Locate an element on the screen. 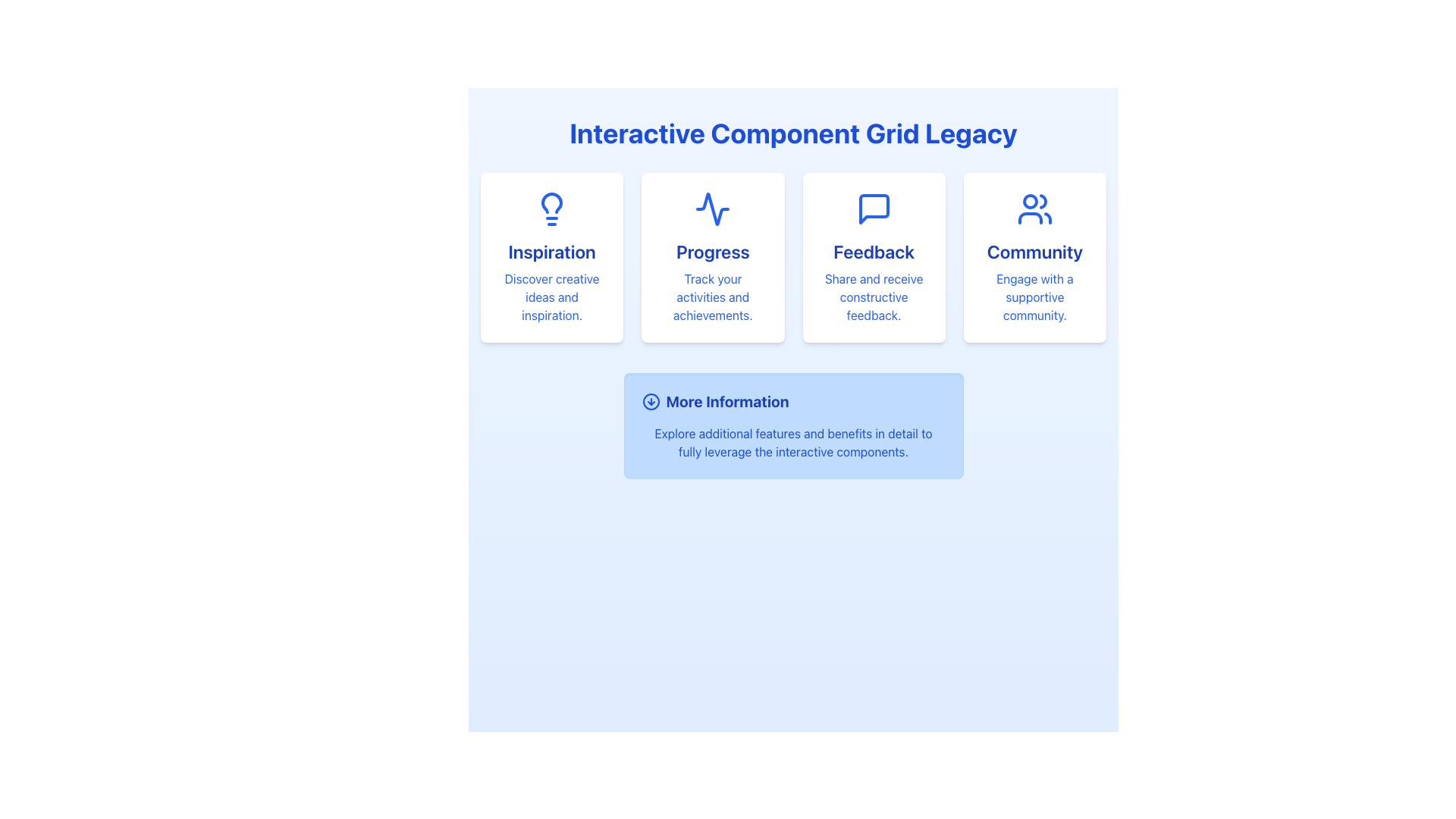  the static text element that provides an encouraging description for the 'Community' section, located directly below the 'Community' title text is located at coordinates (1034, 297).